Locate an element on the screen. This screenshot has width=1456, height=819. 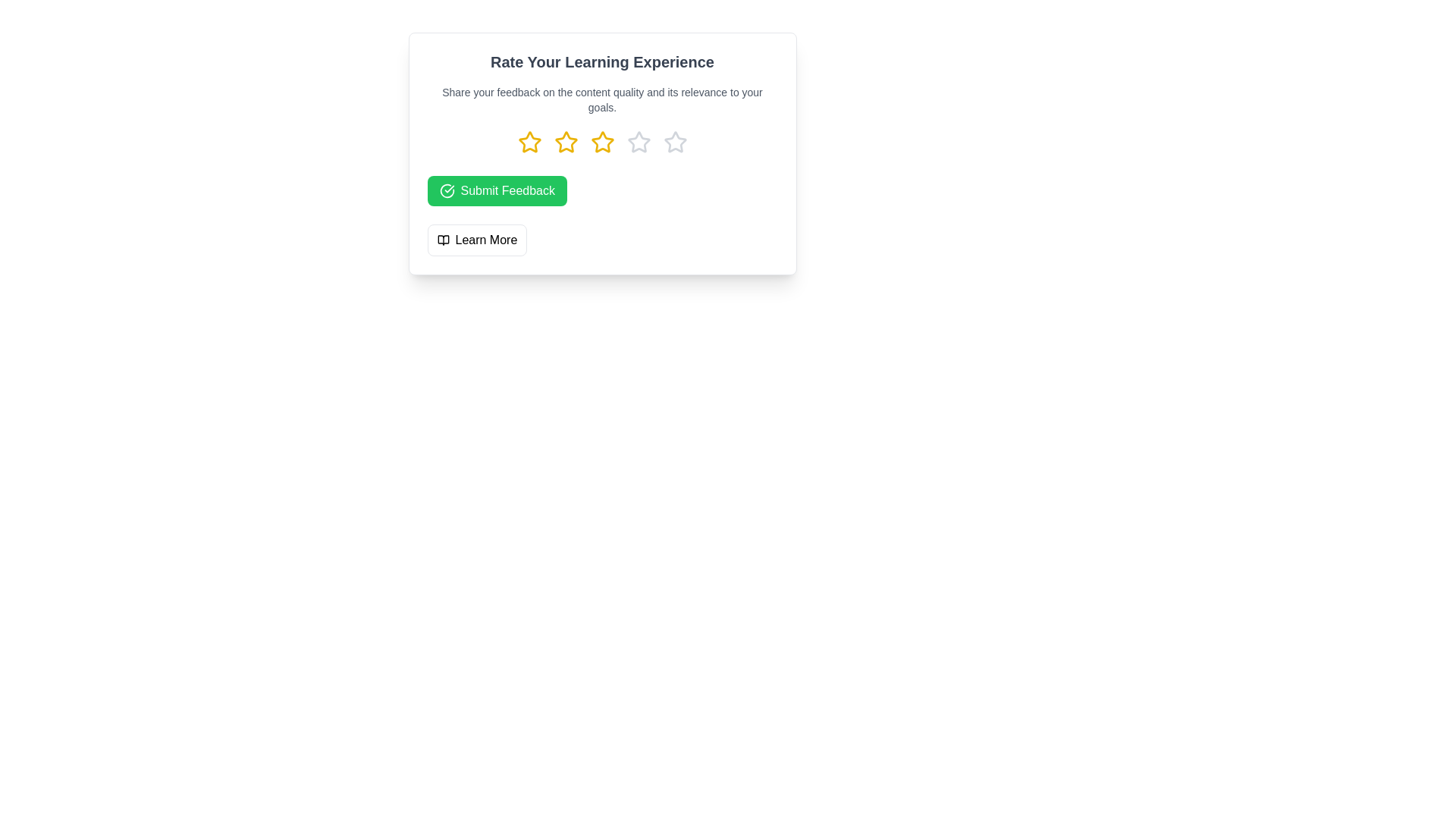
the rating to 3 stars by clicking on the corresponding star is located at coordinates (601, 143).